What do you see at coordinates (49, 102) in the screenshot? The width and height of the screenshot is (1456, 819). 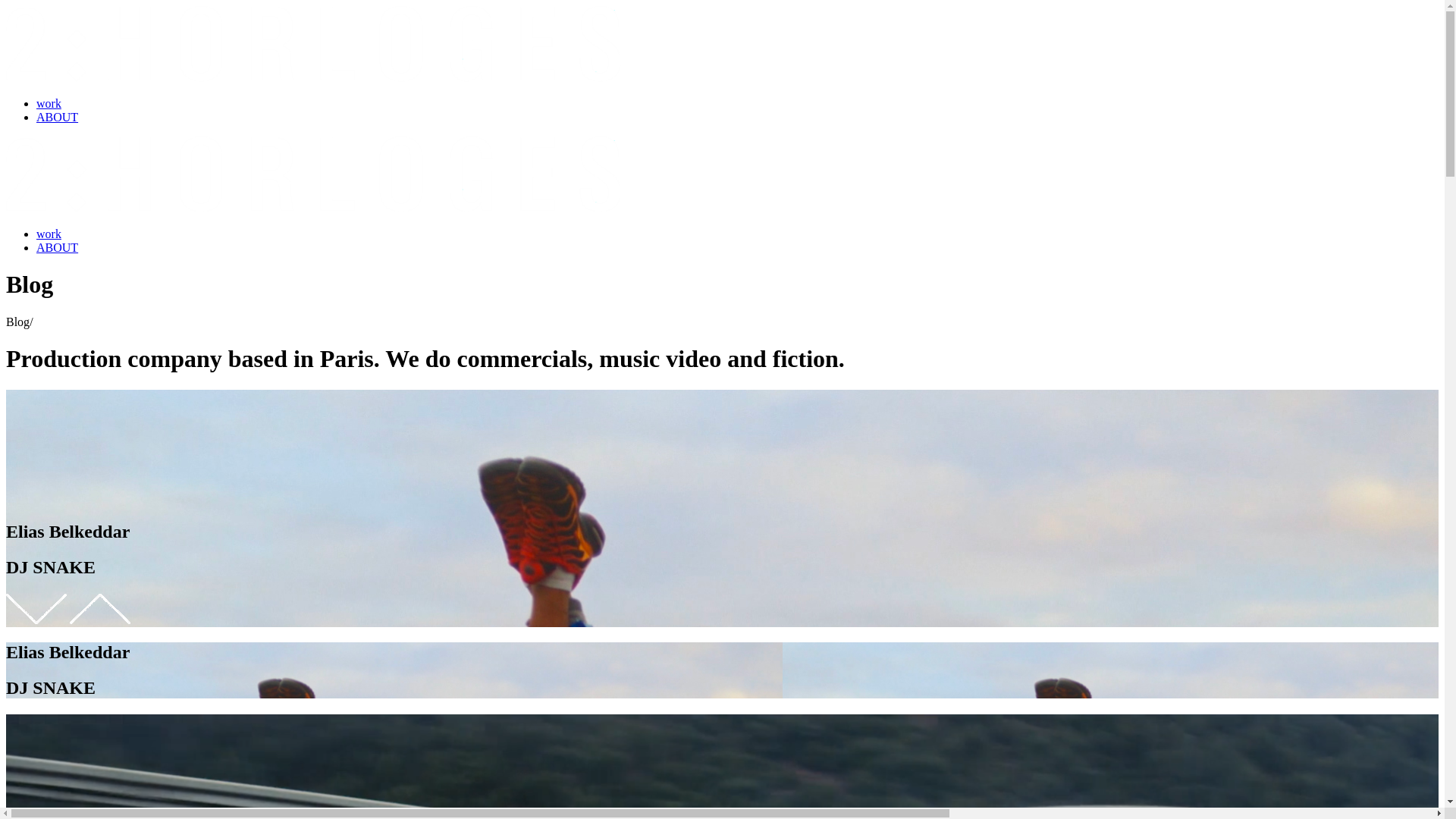 I see `'work'` at bounding box center [49, 102].